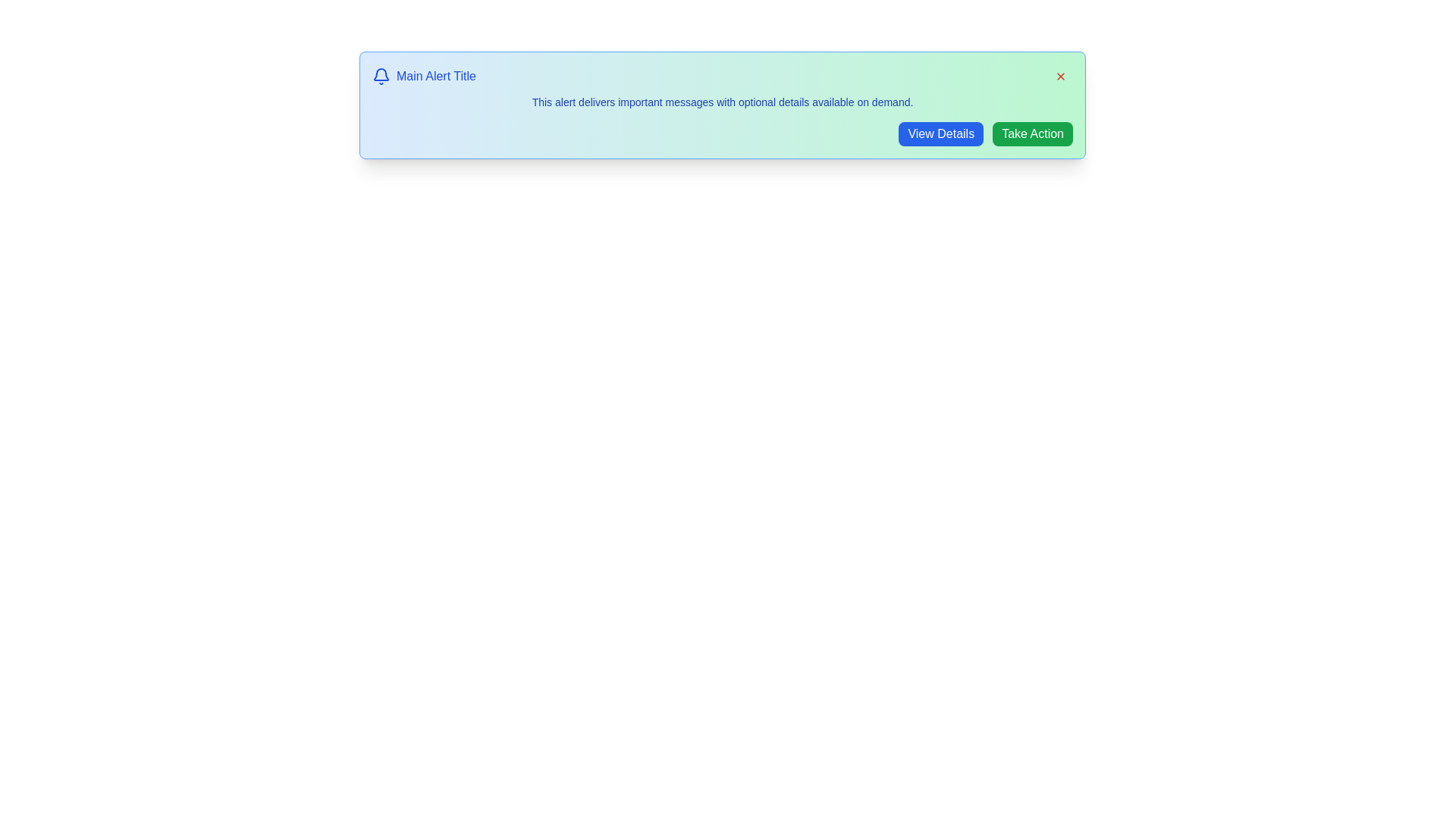  I want to click on close button to dismiss the alert, so click(1059, 76).